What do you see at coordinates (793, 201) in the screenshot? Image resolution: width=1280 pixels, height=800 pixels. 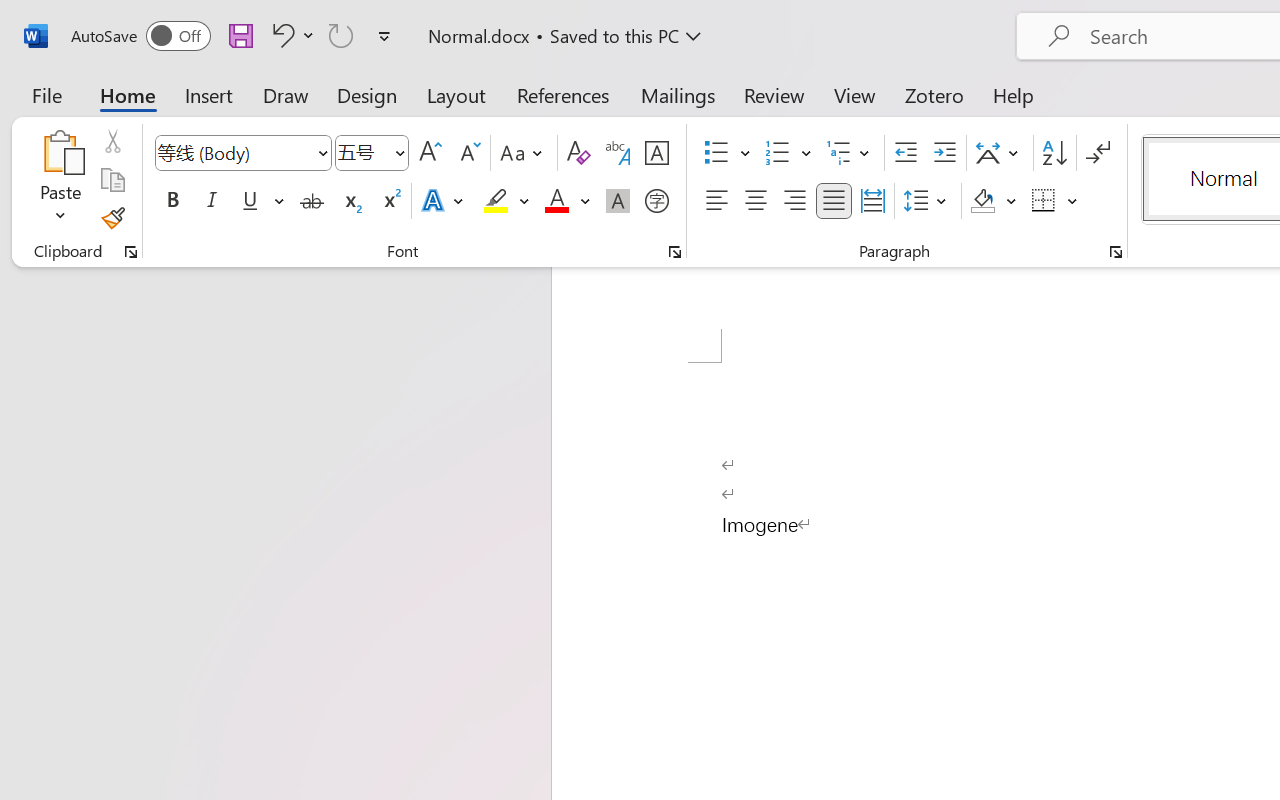 I see `'Align Right'` at bounding box center [793, 201].